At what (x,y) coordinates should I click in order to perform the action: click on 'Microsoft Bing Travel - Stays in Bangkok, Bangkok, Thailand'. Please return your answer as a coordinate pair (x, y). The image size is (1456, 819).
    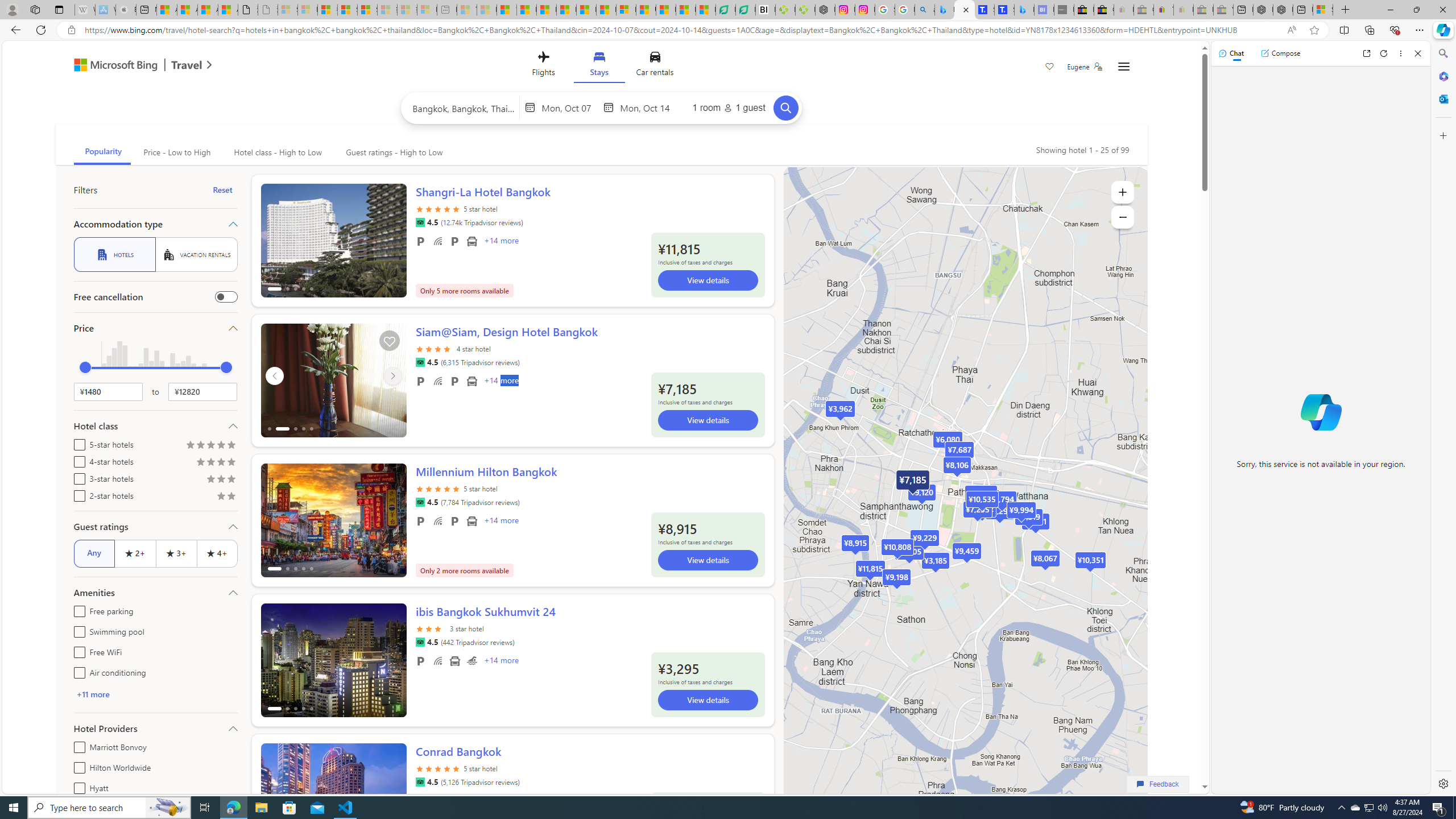
    Looking at the image, I should click on (964, 9).